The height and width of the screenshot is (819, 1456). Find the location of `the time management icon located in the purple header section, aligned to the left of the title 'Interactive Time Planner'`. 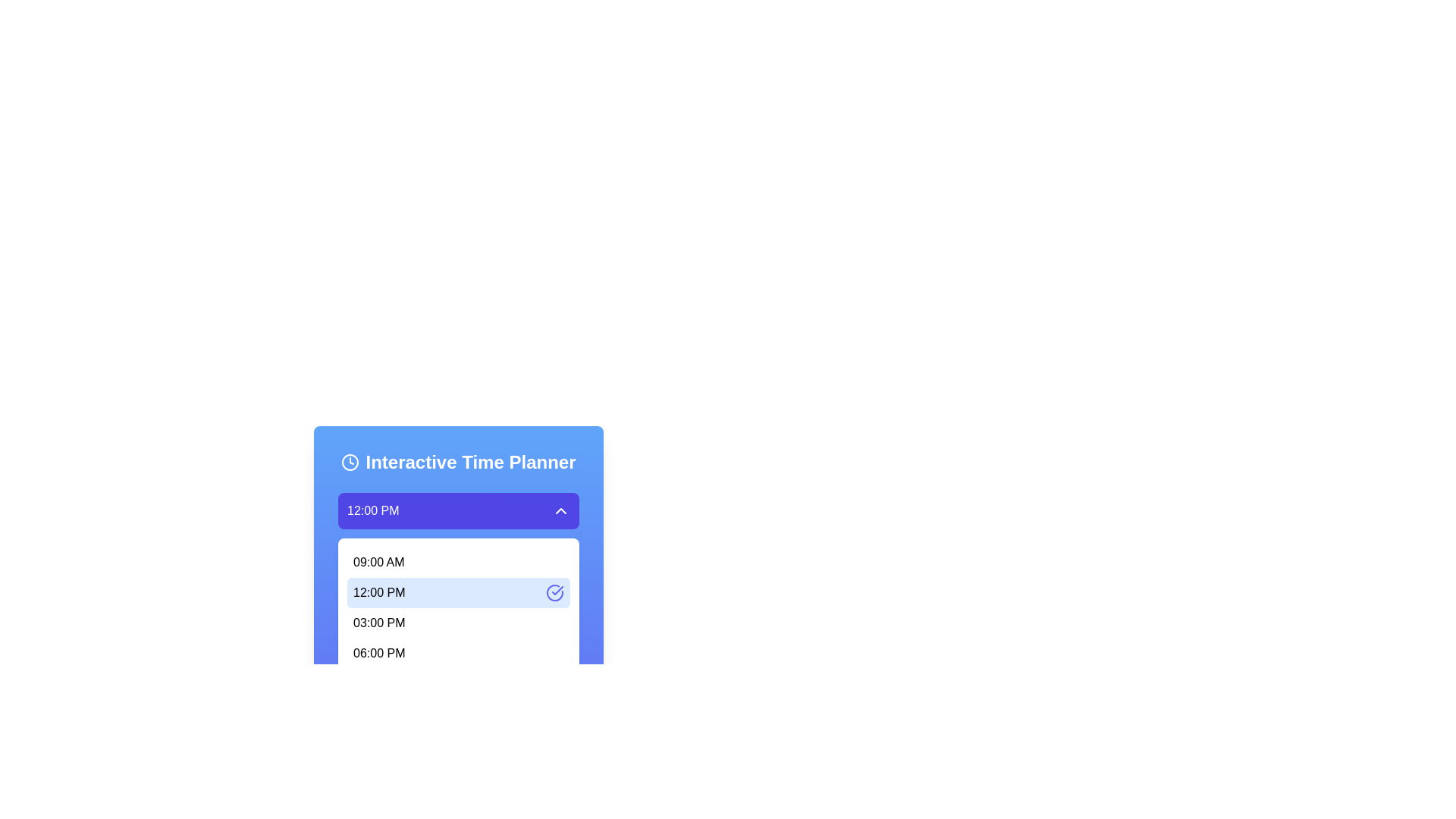

the time management icon located in the purple header section, aligned to the left of the title 'Interactive Time Planner' is located at coordinates (350, 461).